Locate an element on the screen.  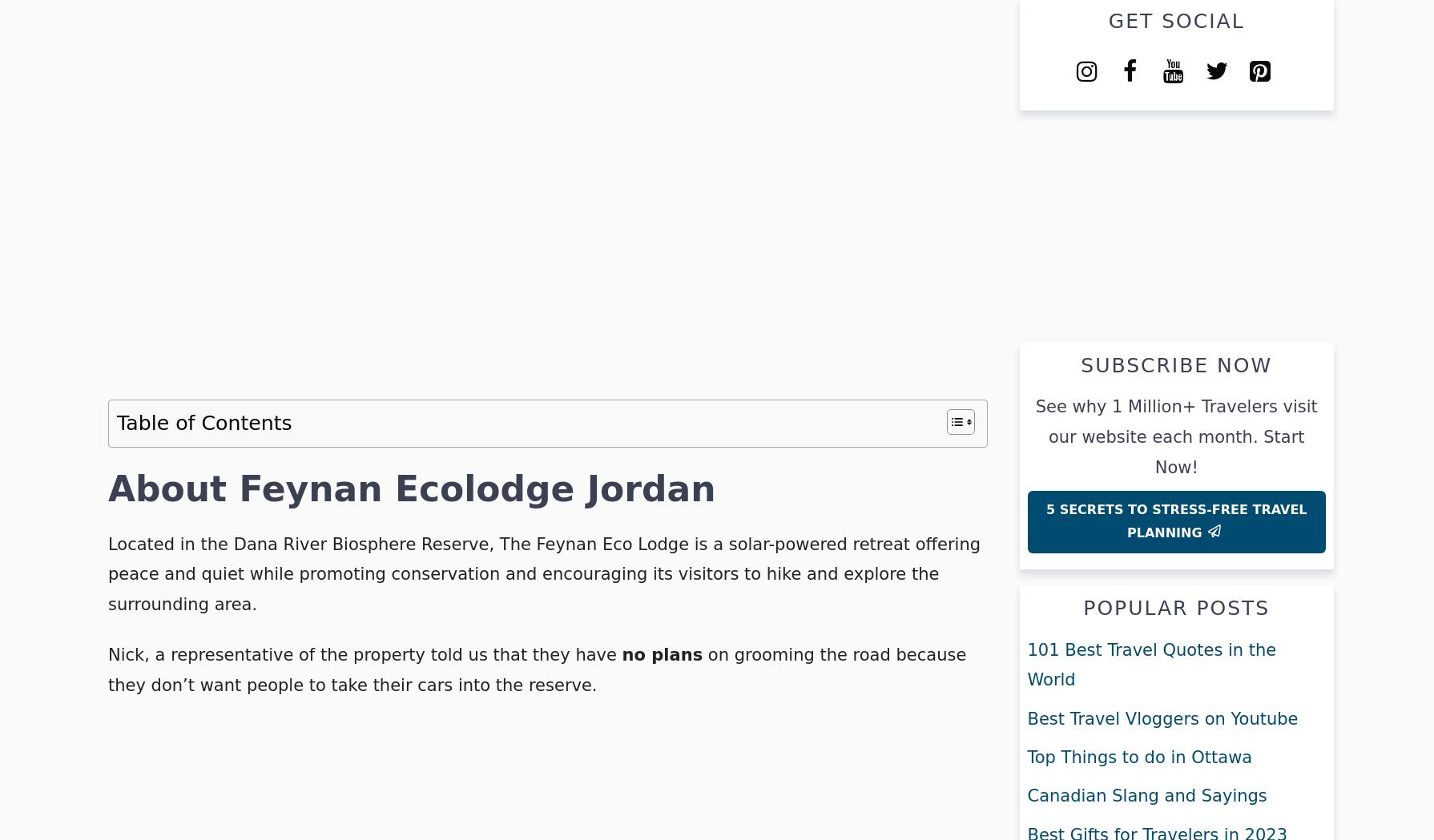
'Feynan Ecolodge Jordan' is located at coordinates (476, 488).